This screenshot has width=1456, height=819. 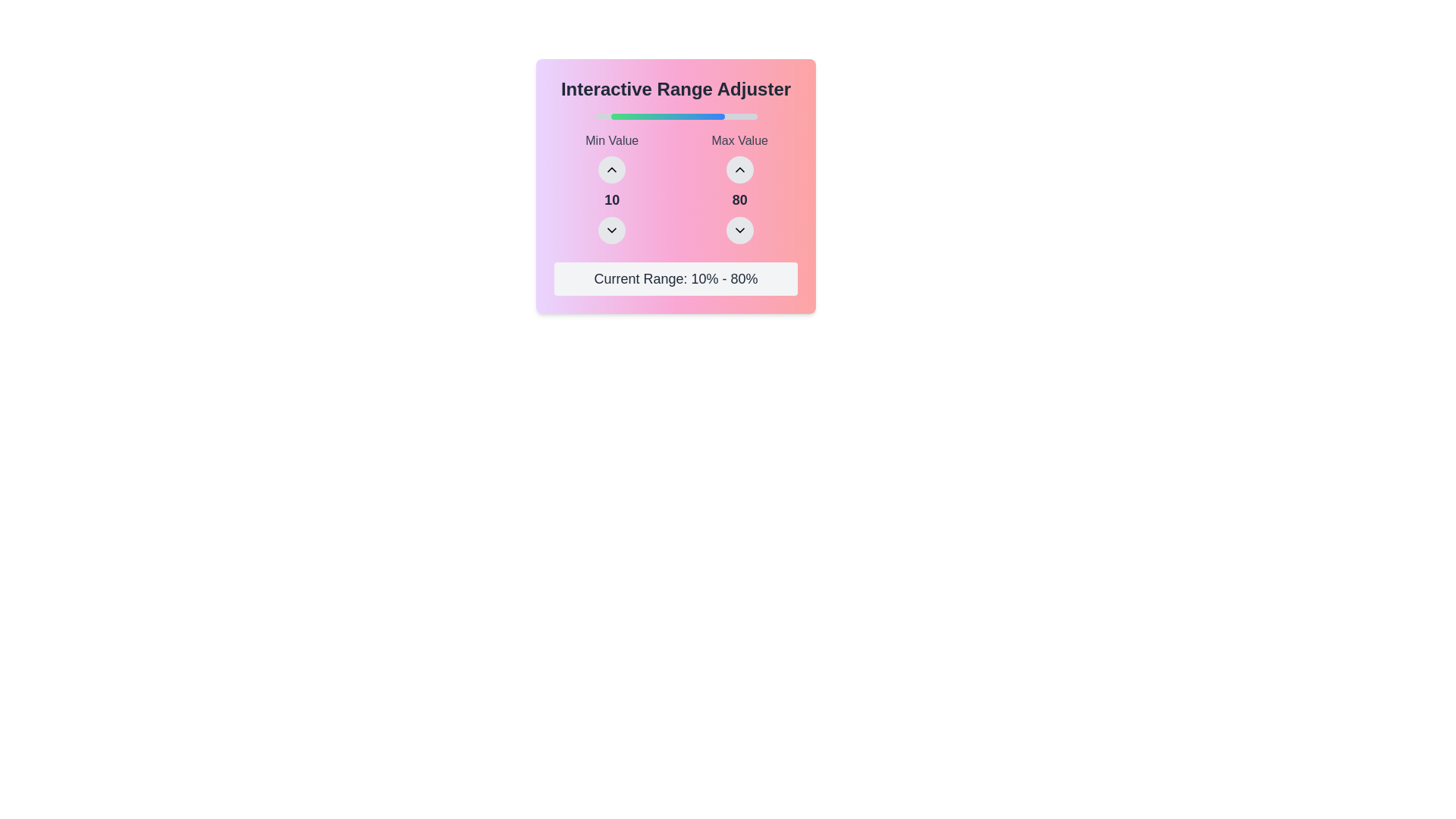 I want to click on the downward adjustment button for the 'Max Value' field located at the bottom of the circular input control in the 'Interactive Range Adjuster' panel, so click(x=739, y=231).